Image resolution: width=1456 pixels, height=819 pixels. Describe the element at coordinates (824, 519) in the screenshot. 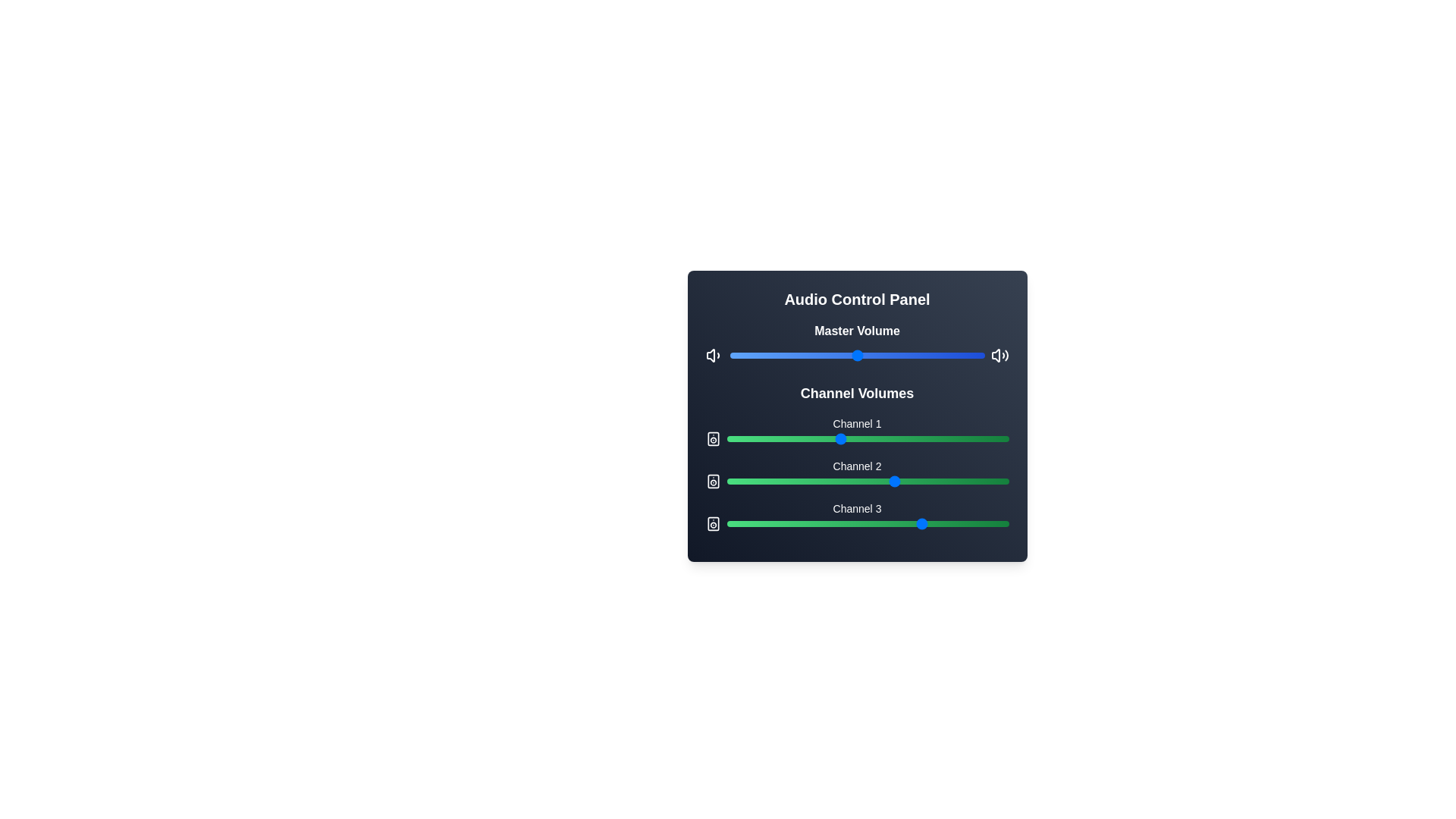

I see `the 'Channel 3' volume slider` at that location.